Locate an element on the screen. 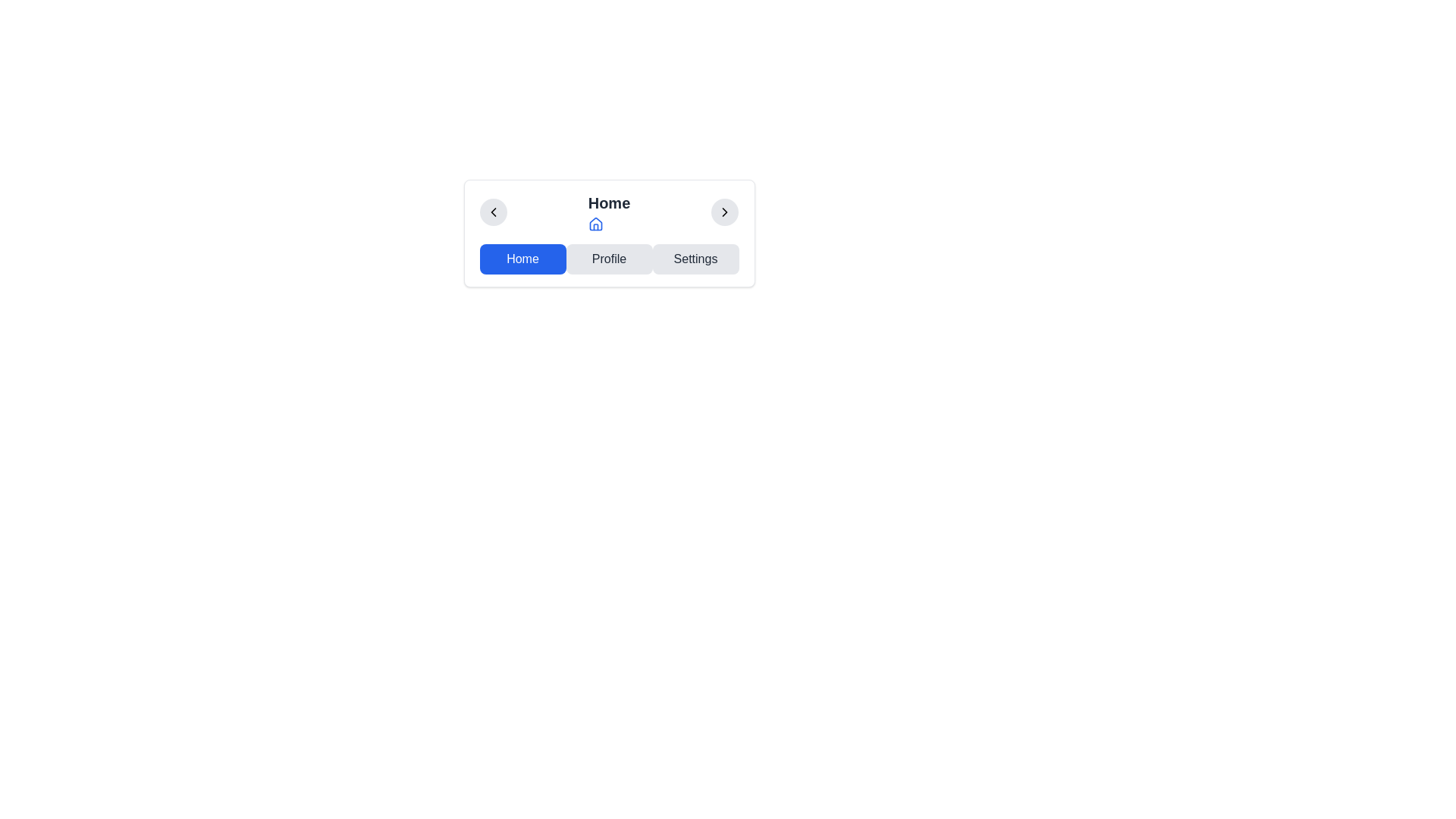  the navigation arrow icon located is located at coordinates (724, 212).